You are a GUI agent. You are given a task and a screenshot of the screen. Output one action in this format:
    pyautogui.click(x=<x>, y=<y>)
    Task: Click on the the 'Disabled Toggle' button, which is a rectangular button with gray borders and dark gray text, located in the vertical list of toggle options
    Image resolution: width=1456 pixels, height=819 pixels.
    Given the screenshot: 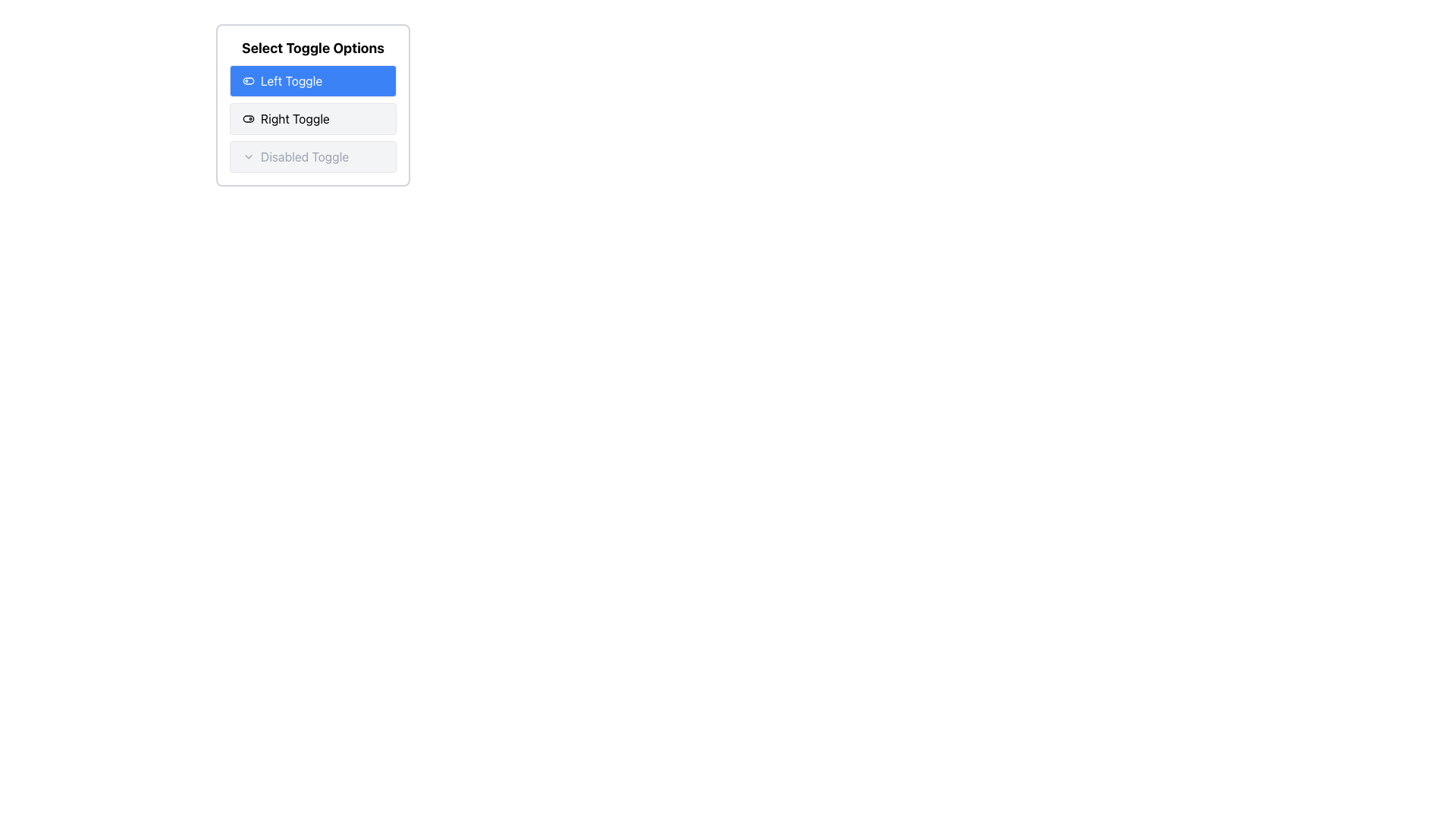 What is the action you would take?
    pyautogui.click(x=312, y=157)
    